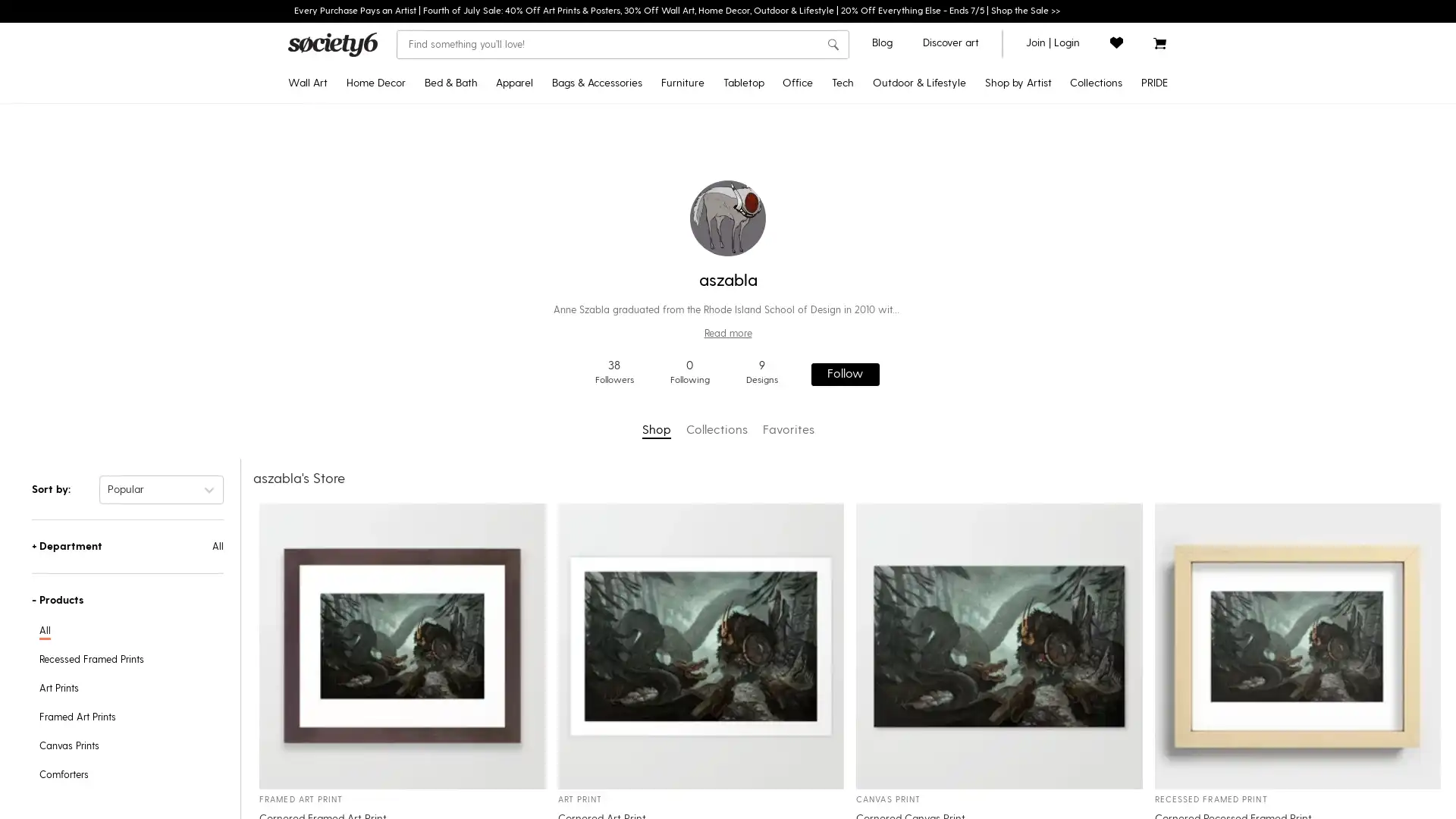 The height and width of the screenshot is (819, 1456). I want to click on Benches, so click(708, 146).